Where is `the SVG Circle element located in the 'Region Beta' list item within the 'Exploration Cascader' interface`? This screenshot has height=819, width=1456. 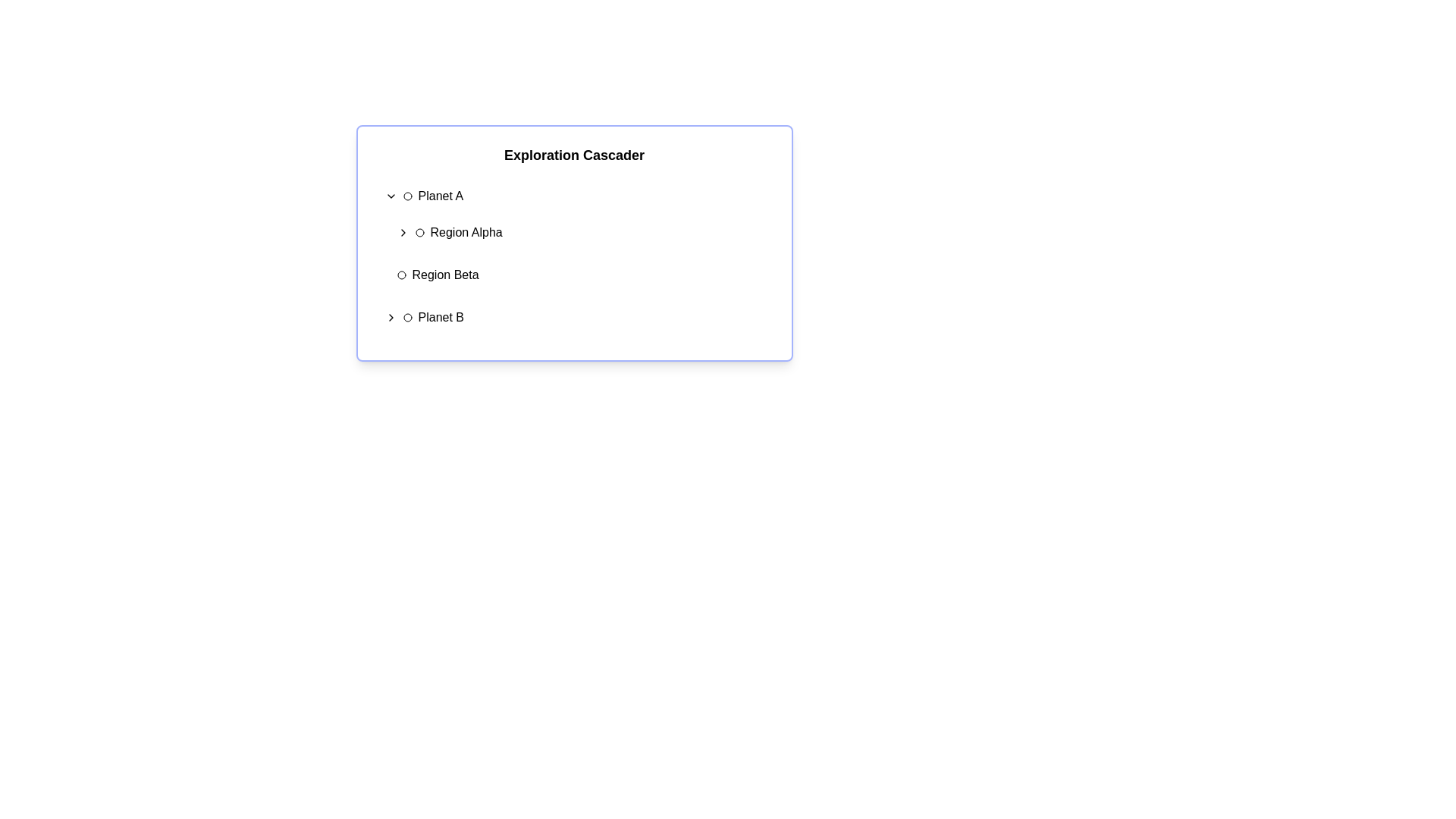
the SVG Circle element located in the 'Region Beta' list item within the 'Exploration Cascader' interface is located at coordinates (401, 275).